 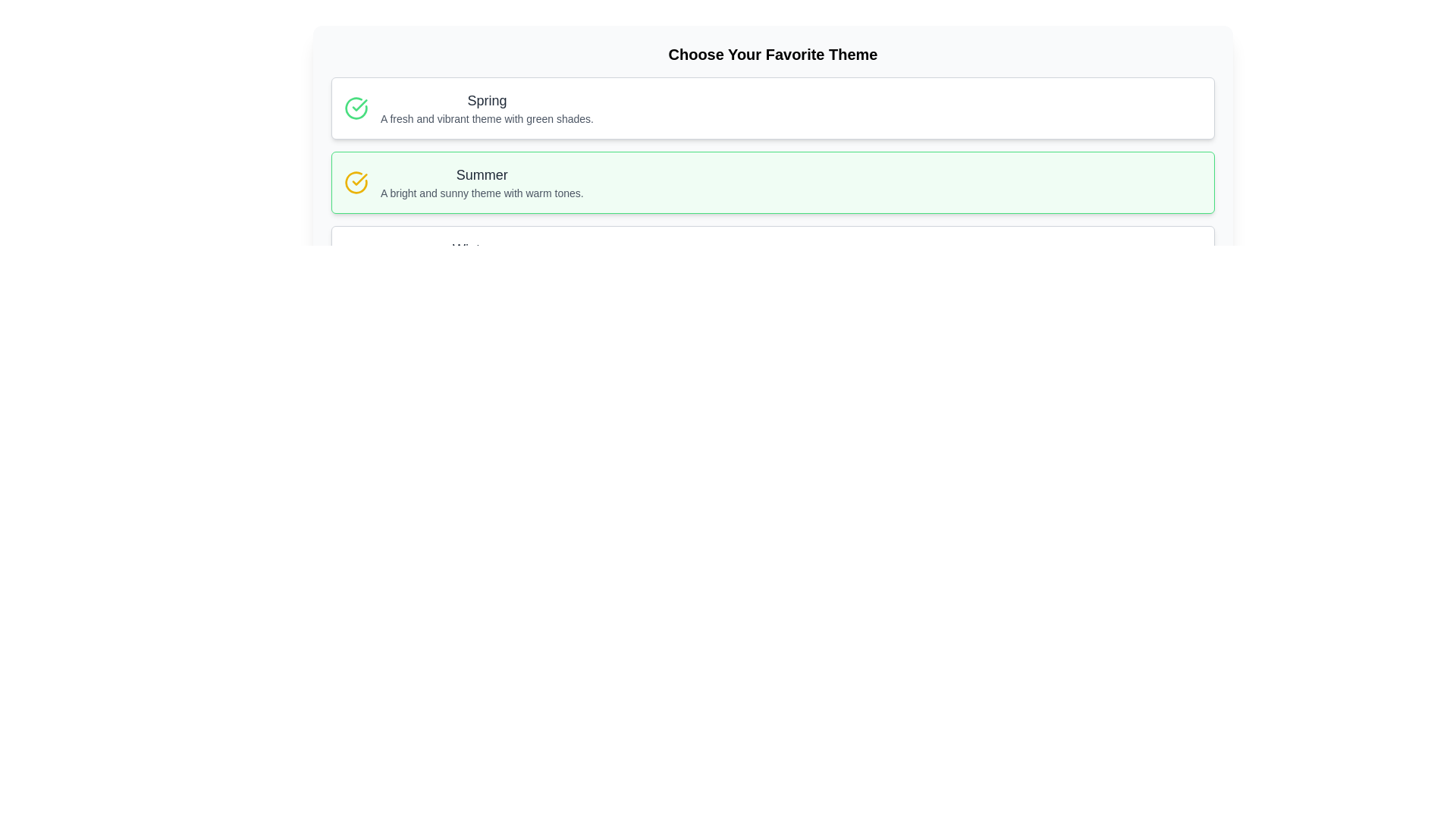 What do you see at coordinates (481, 174) in the screenshot?
I see `the 'Summer' theme title label, which is centered within the green backdrop and located below the 'Spring' theme option` at bounding box center [481, 174].